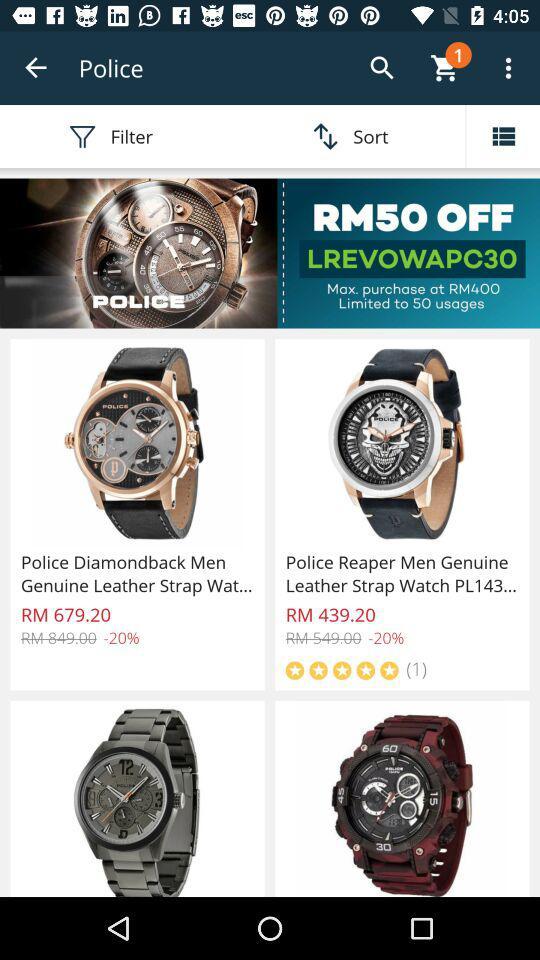 The height and width of the screenshot is (960, 540). Describe the element at coordinates (36, 68) in the screenshot. I see `the icon to the left of police icon` at that location.